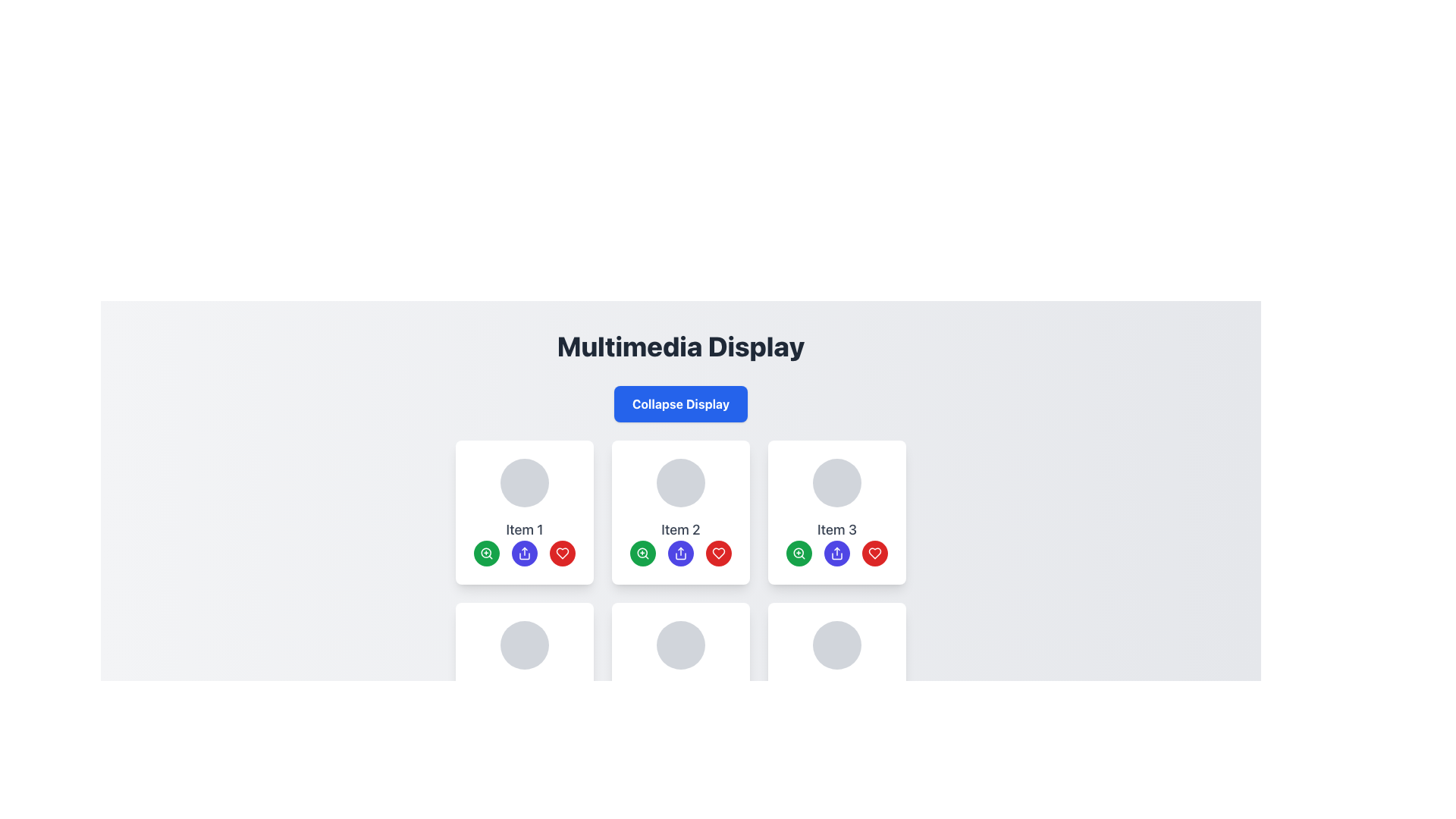  Describe the element at coordinates (799, 553) in the screenshot. I see `the zoom-in icon represented by a magnifying glass and '+' symbol inside a green circular button in the 'Item 3' section of the 'Multimedia Display' panel` at that location.